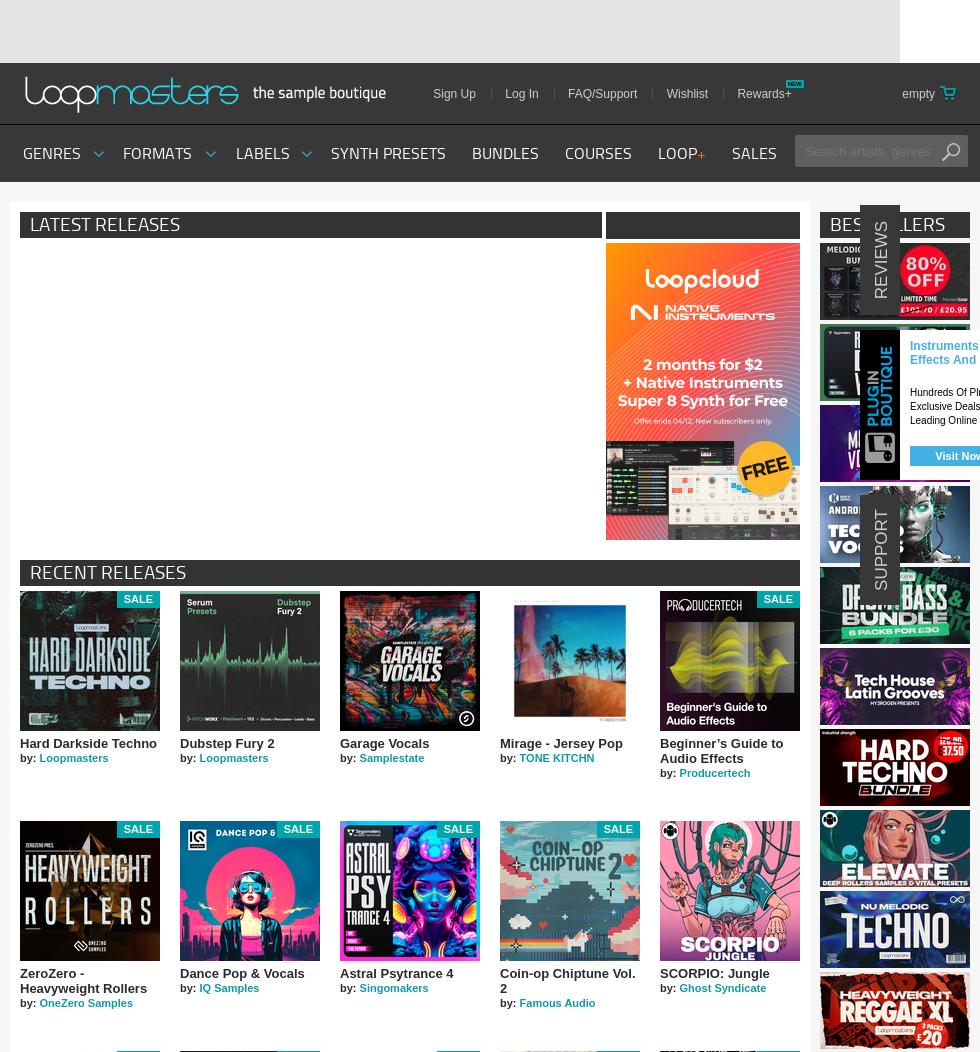  What do you see at coordinates (454, 94) in the screenshot?
I see `'Sign Up'` at bounding box center [454, 94].